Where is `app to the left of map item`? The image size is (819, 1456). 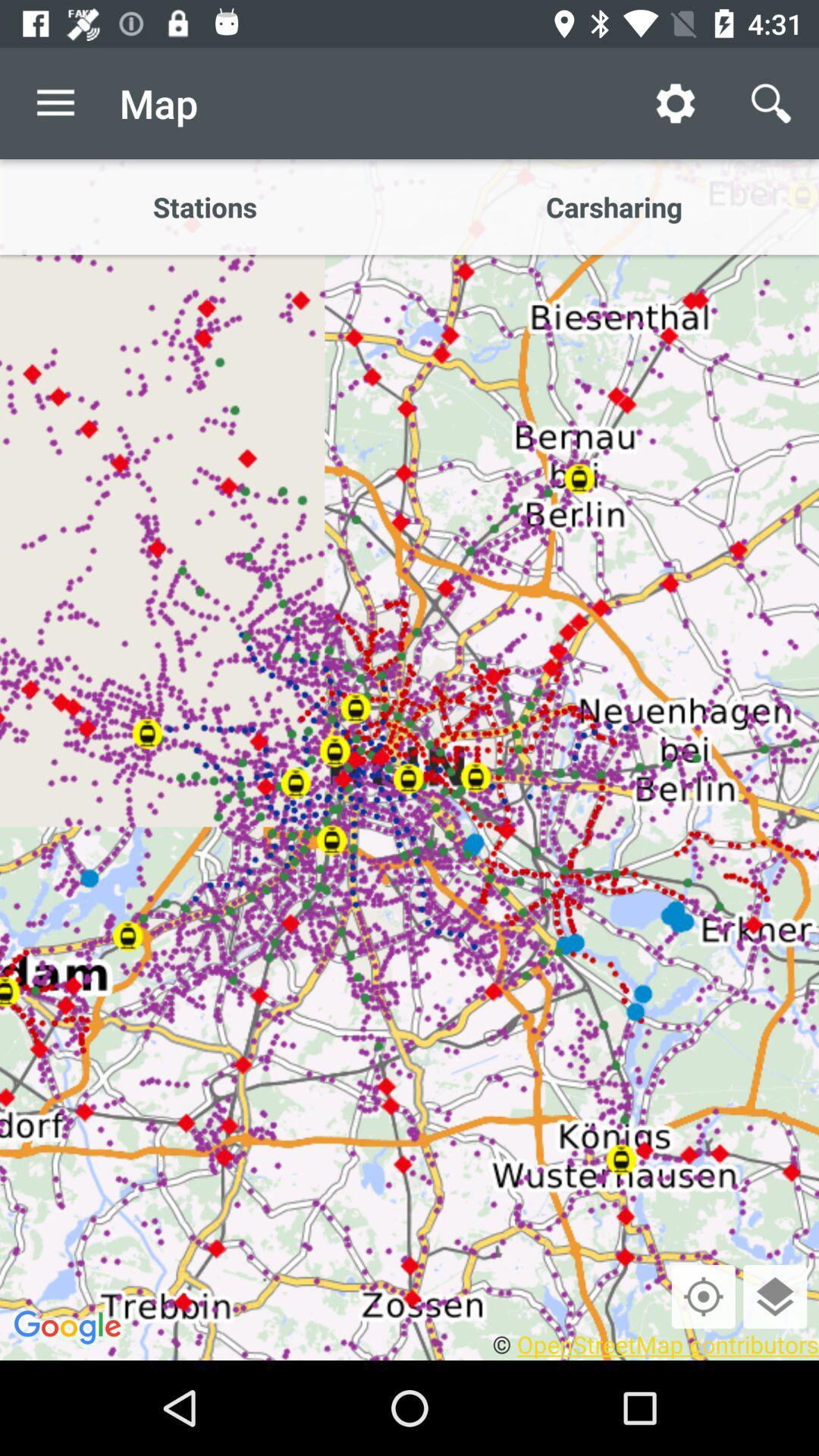 app to the left of map item is located at coordinates (55, 102).